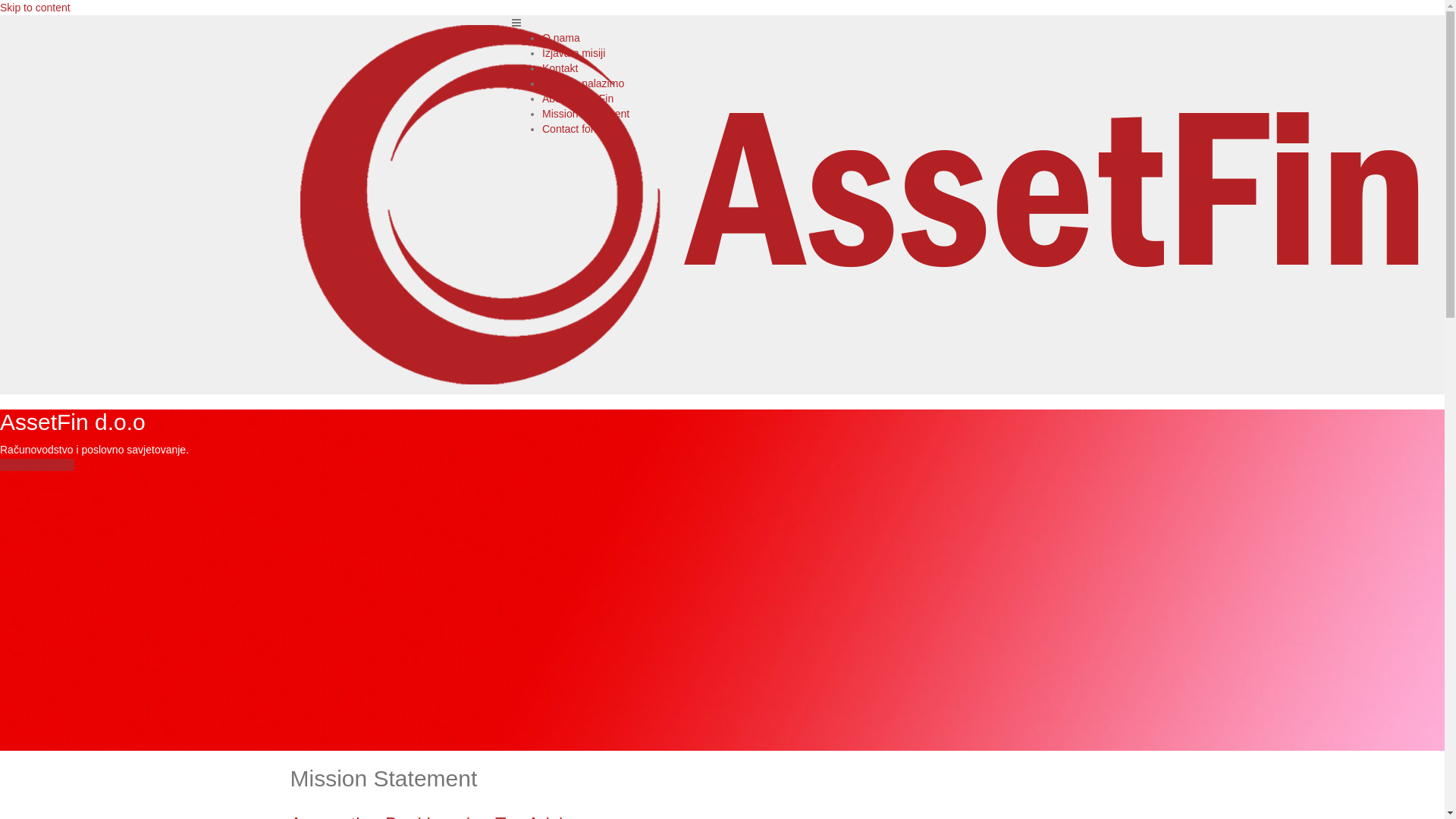 The height and width of the screenshot is (819, 1456). Describe the element at coordinates (582, 83) in the screenshot. I see `'Gdje se nalazimo'` at that location.